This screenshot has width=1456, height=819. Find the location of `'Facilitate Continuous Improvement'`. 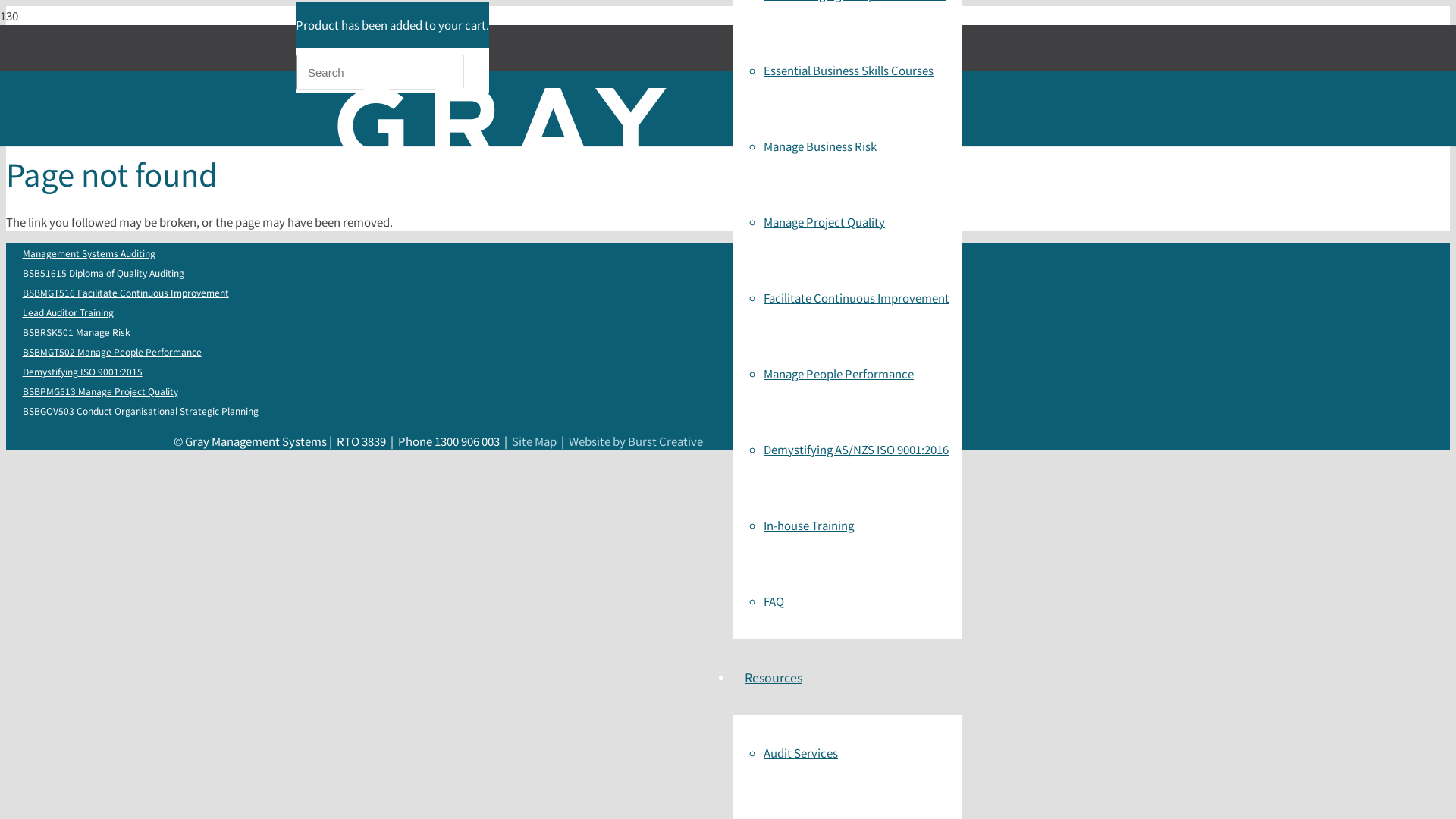

'Facilitate Continuous Improvement' is located at coordinates (856, 297).